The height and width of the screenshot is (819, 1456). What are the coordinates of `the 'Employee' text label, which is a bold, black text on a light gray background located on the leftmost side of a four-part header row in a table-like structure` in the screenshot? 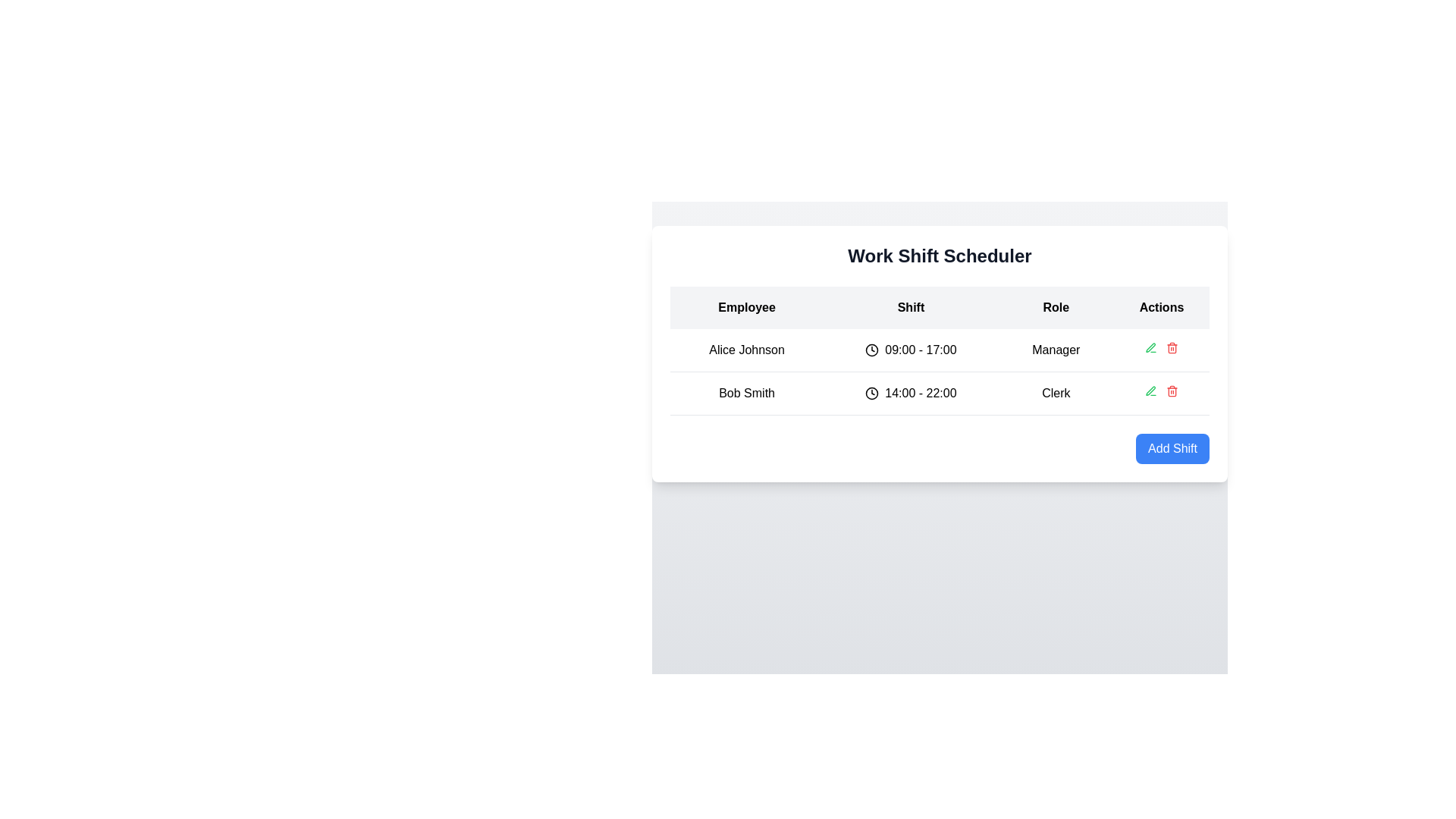 It's located at (747, 307).